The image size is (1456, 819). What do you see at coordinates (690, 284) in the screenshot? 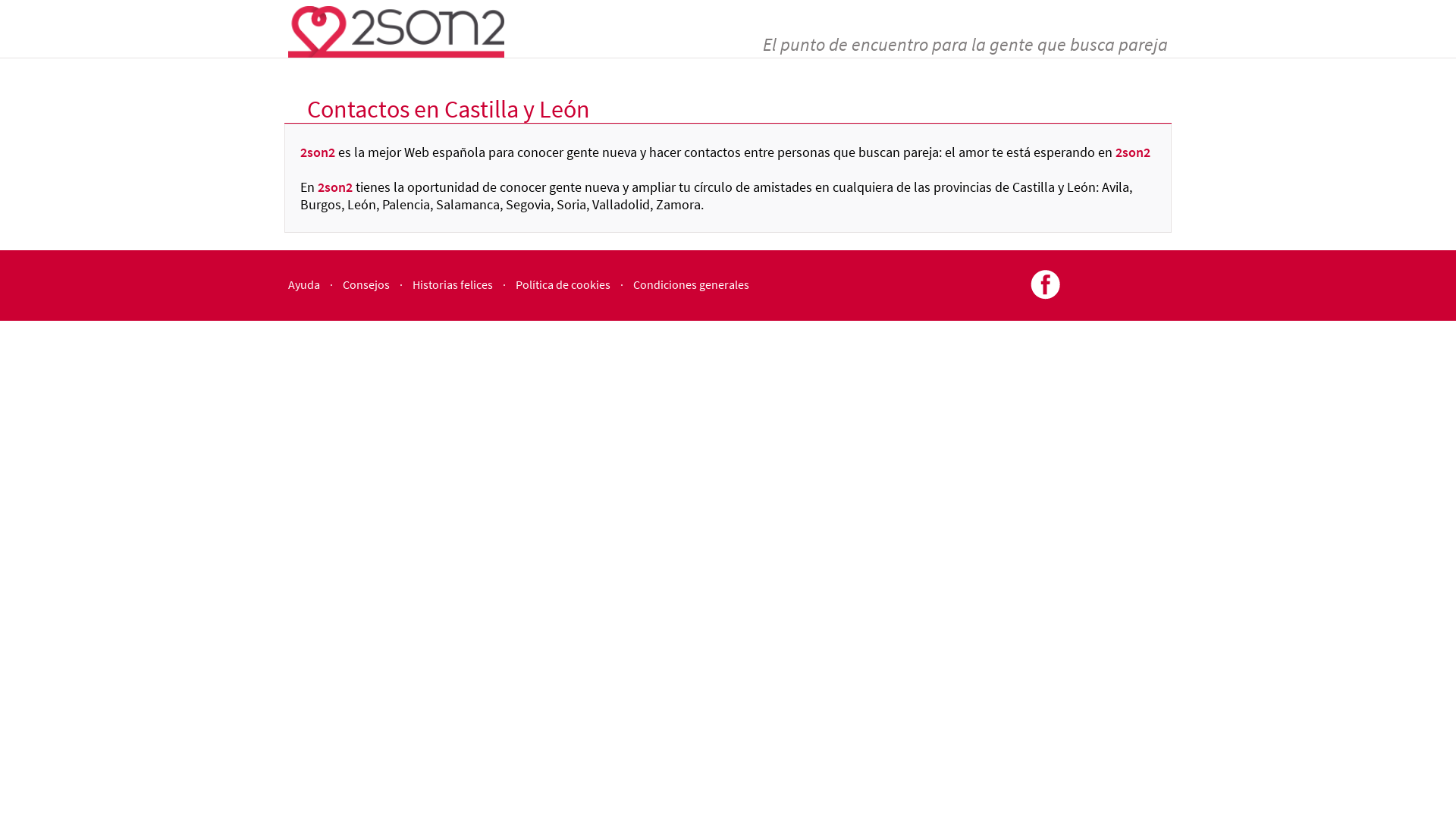
I see `'Condiciones generales'` at bounding box center [690, 284].